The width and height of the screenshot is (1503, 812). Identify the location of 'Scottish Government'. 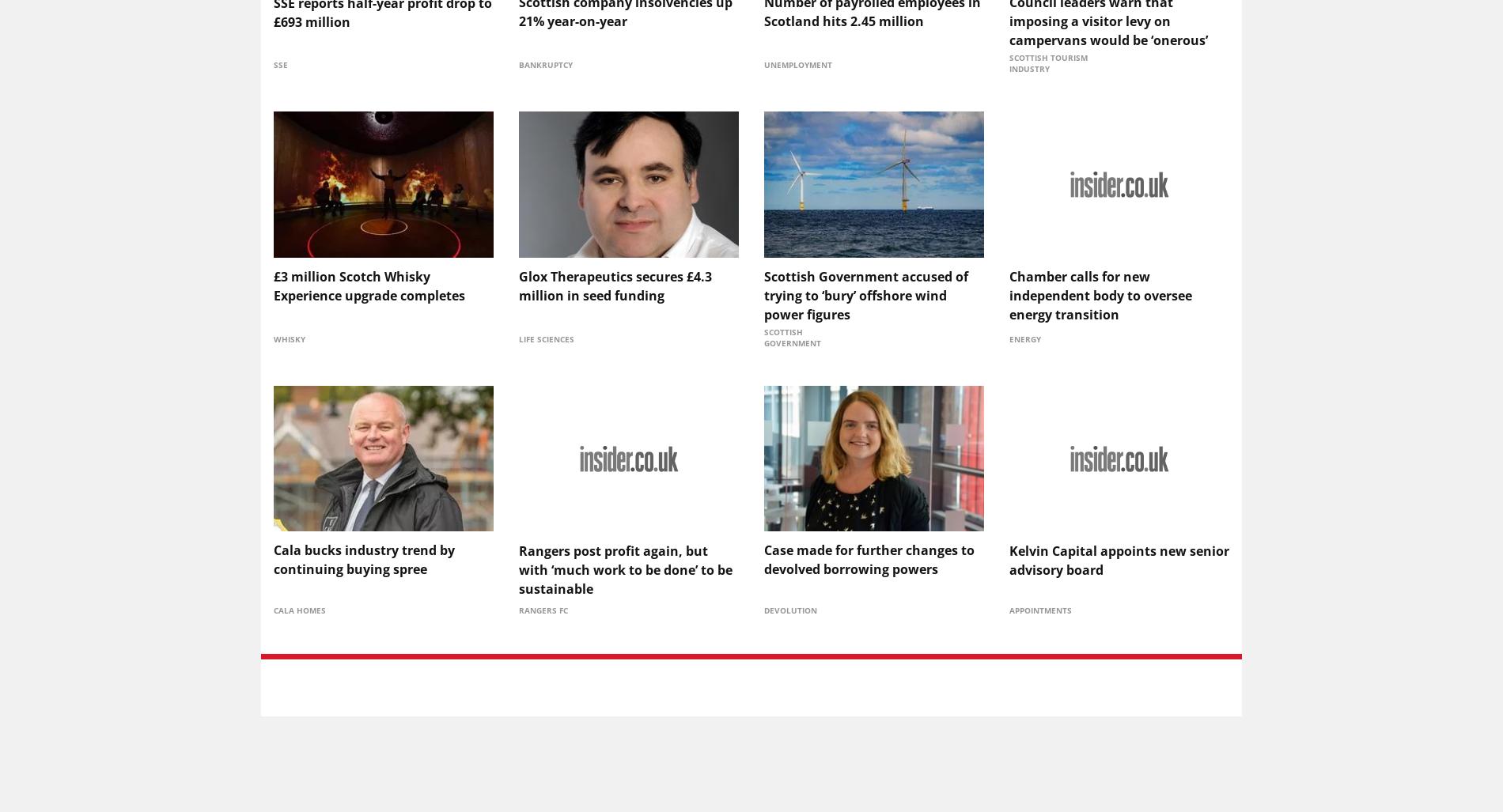
(793, 335).